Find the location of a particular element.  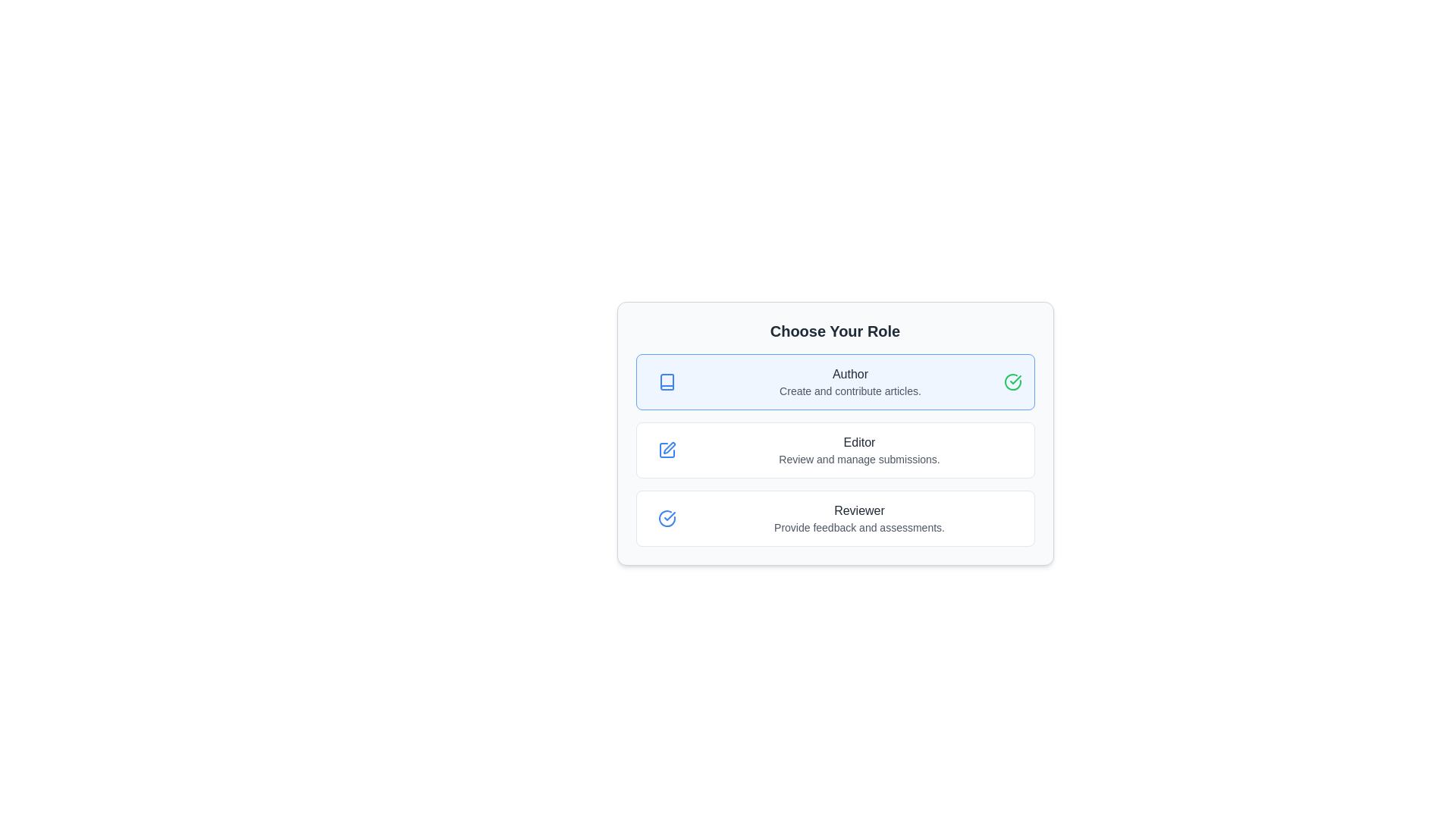

the descriptive subtitle text for the 'Author' role option, which is centrally positioned under the 'Author' label in the white panel is located at coordinates (850, 391).